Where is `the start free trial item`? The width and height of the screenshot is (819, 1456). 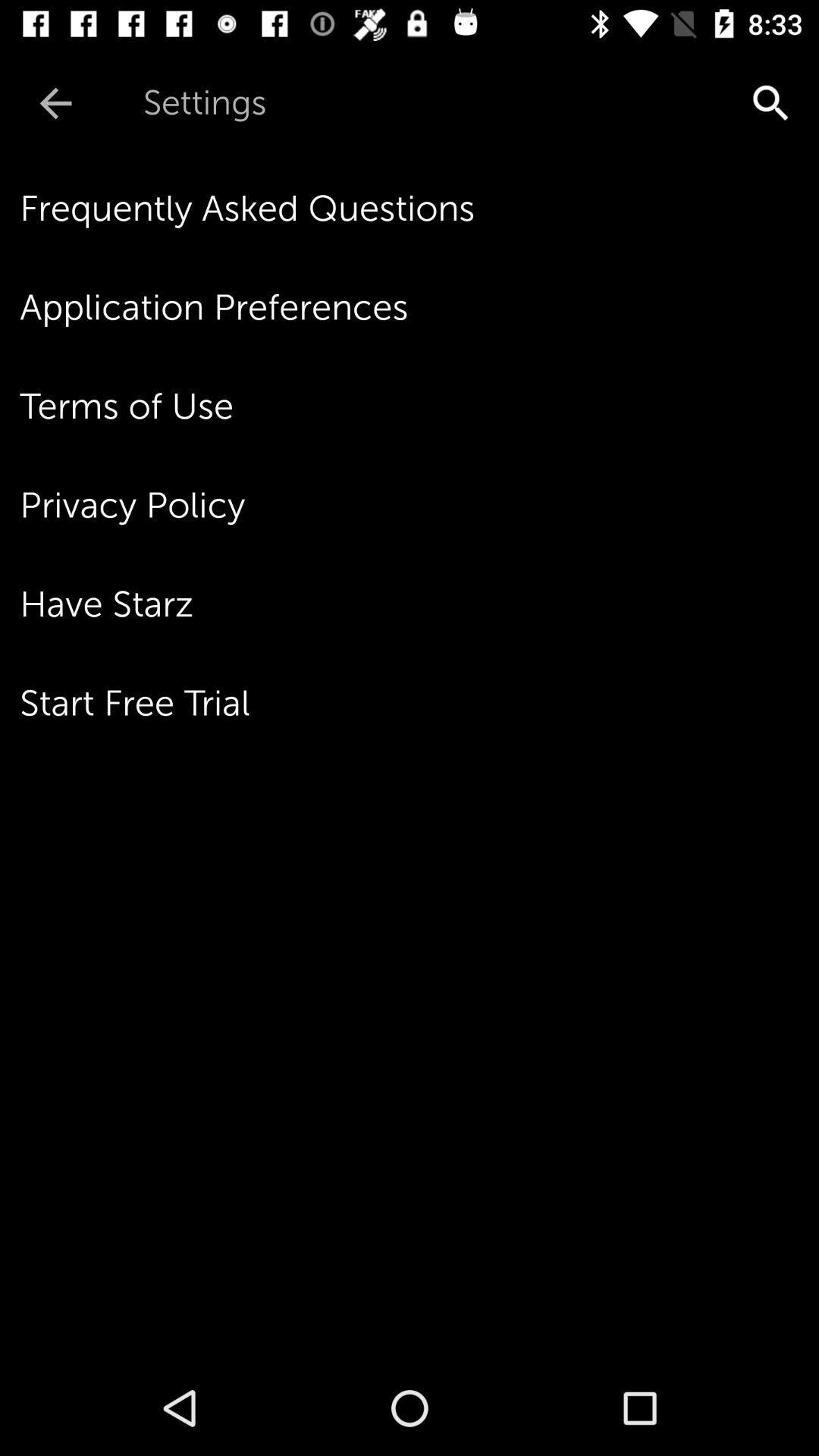 the start free trial item is located at coordinates (419, 702).